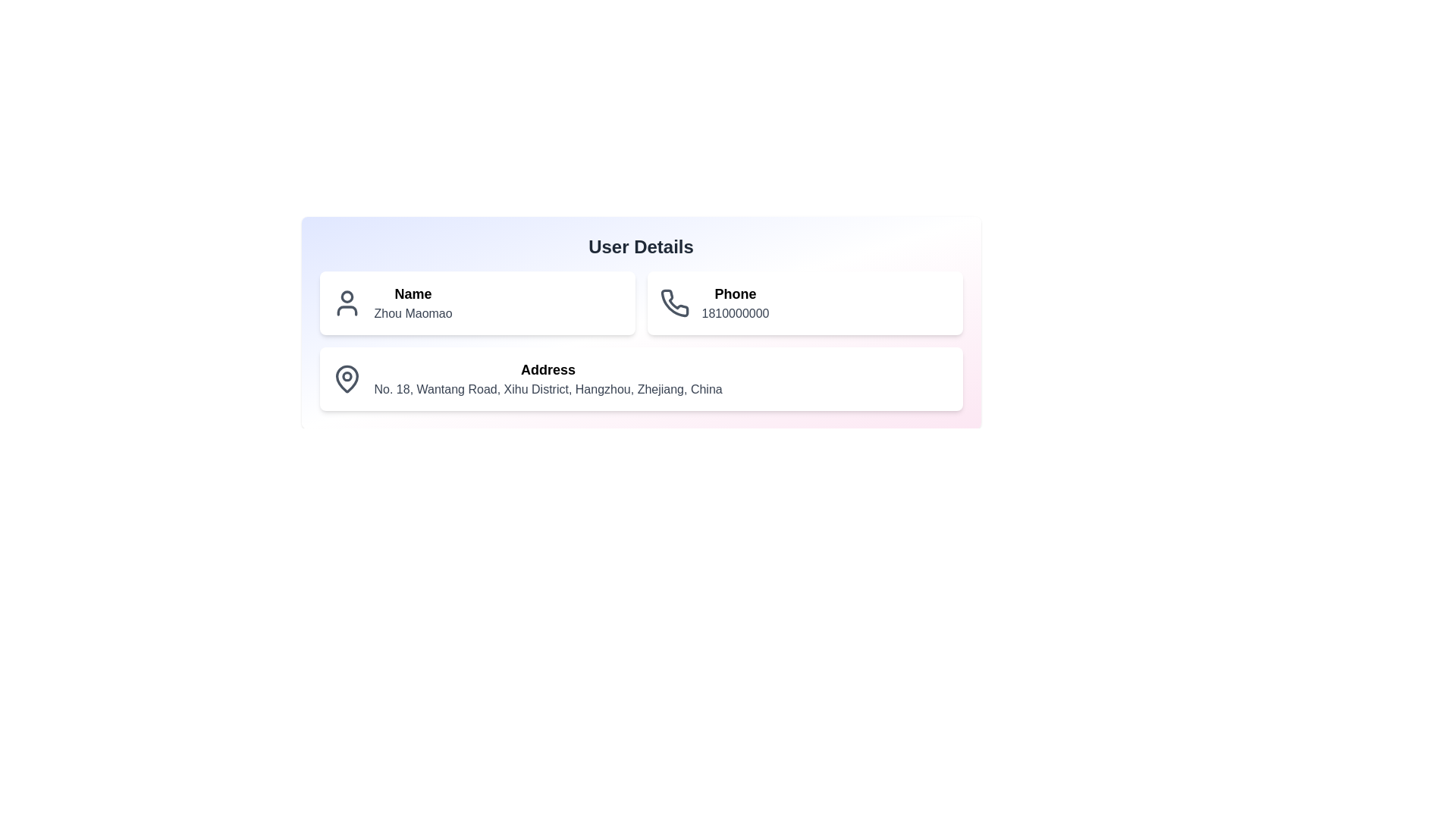  Describe the element at coordinates (346, 375) in the screenshot. I see `the graphical element representing the map pin icon, which is a small circle located near the text 'Address' in the bottom-left portion of the UI` at that location.